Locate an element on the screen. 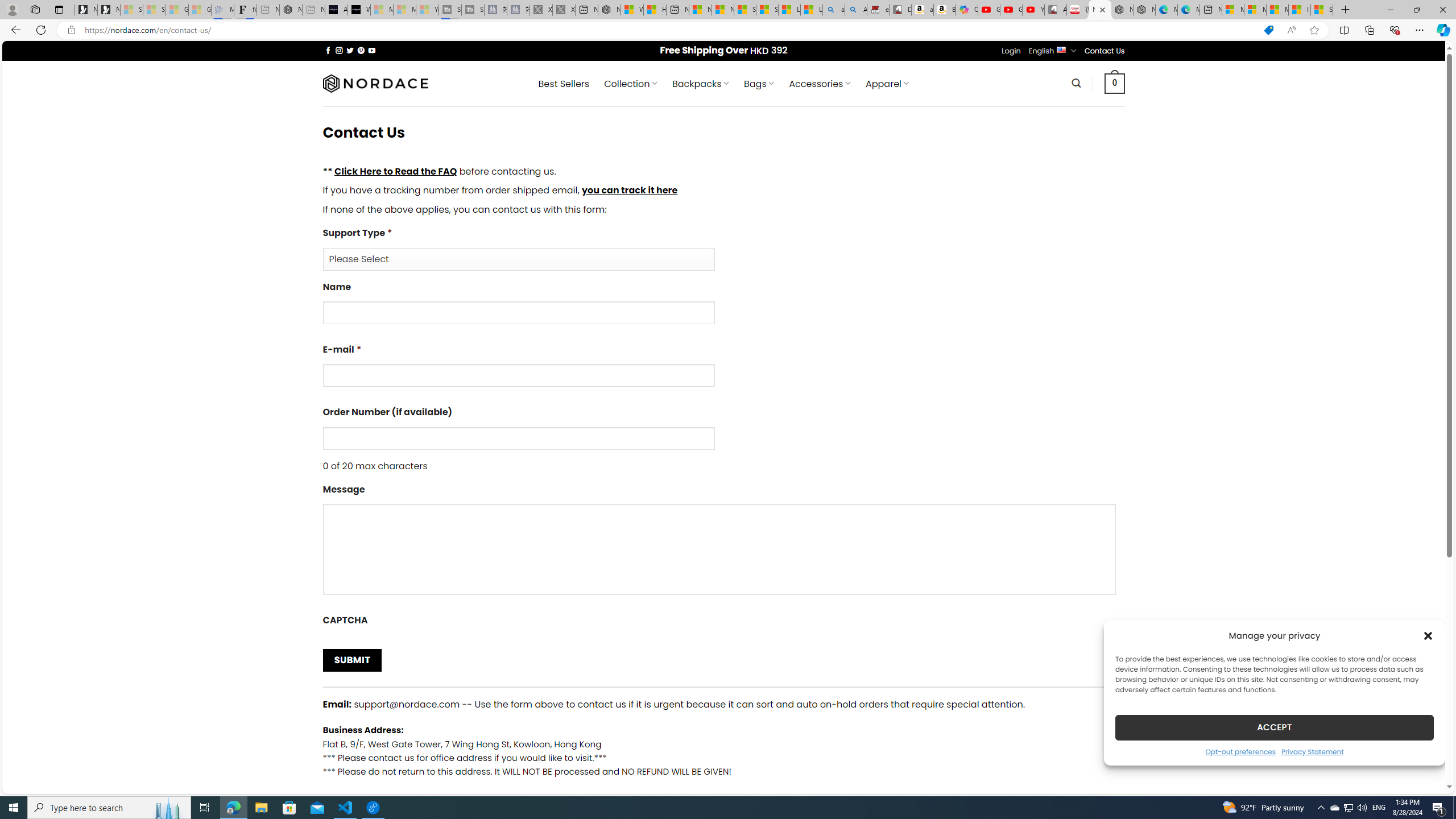 The image size is (1456, 819). 'Gloom - YouTube' is located at coordinates (1011, 9).